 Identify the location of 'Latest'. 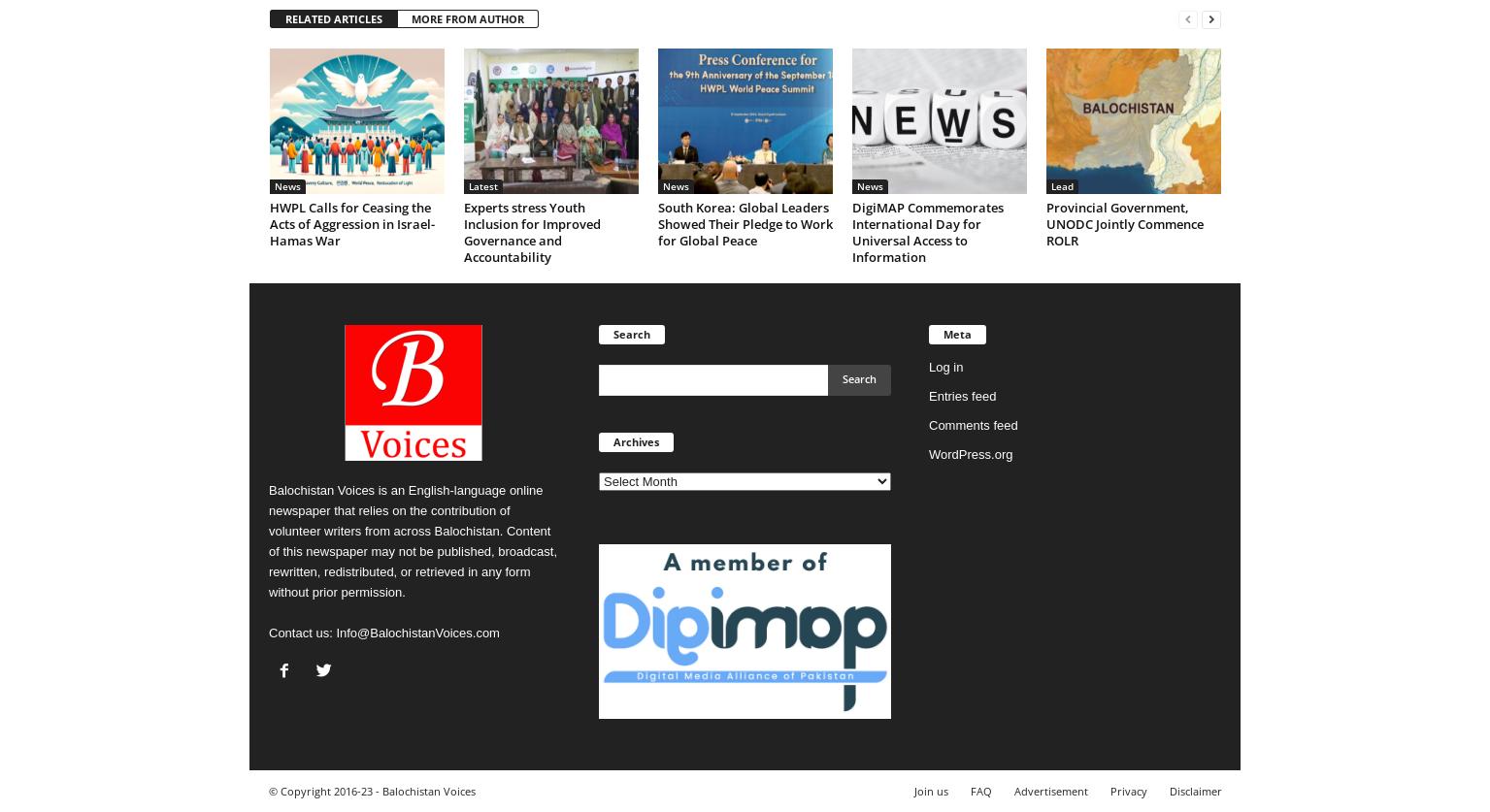
(481, 185).